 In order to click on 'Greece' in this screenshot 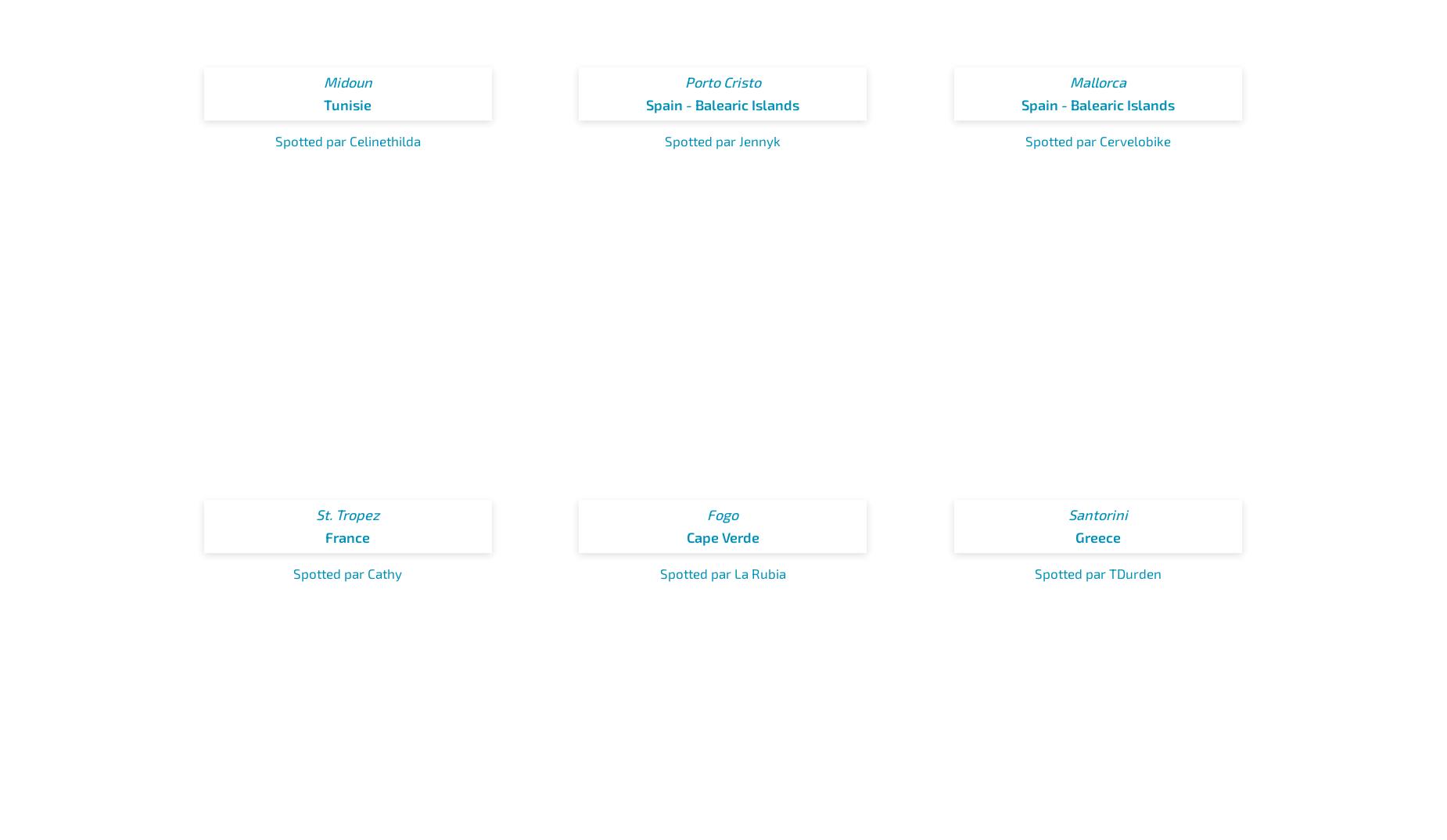, I will do `click(1097, 537)`.